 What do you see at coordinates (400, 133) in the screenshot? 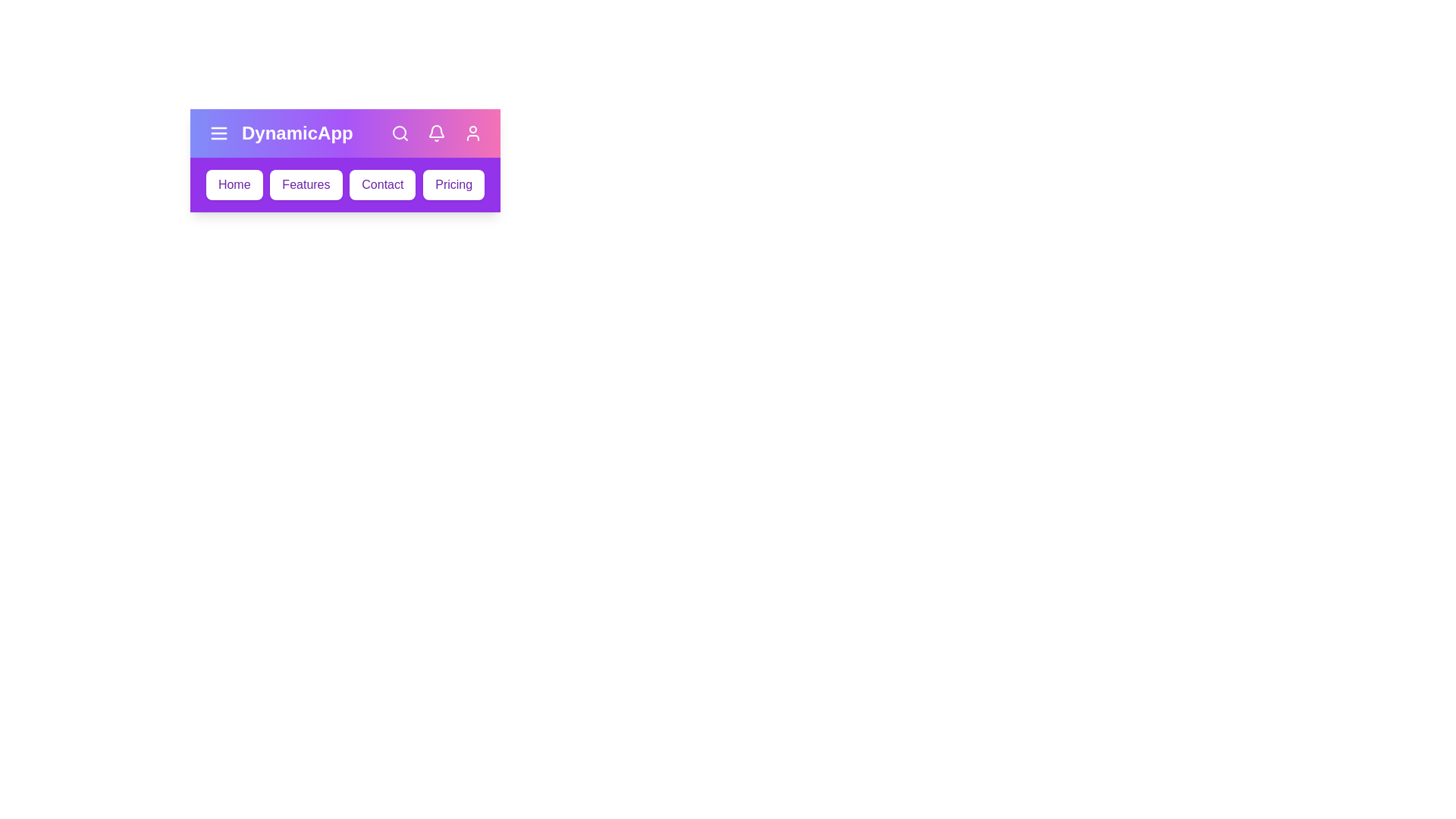
I see `the search icon to activate the search functionality` at bounding box center [400, 133].